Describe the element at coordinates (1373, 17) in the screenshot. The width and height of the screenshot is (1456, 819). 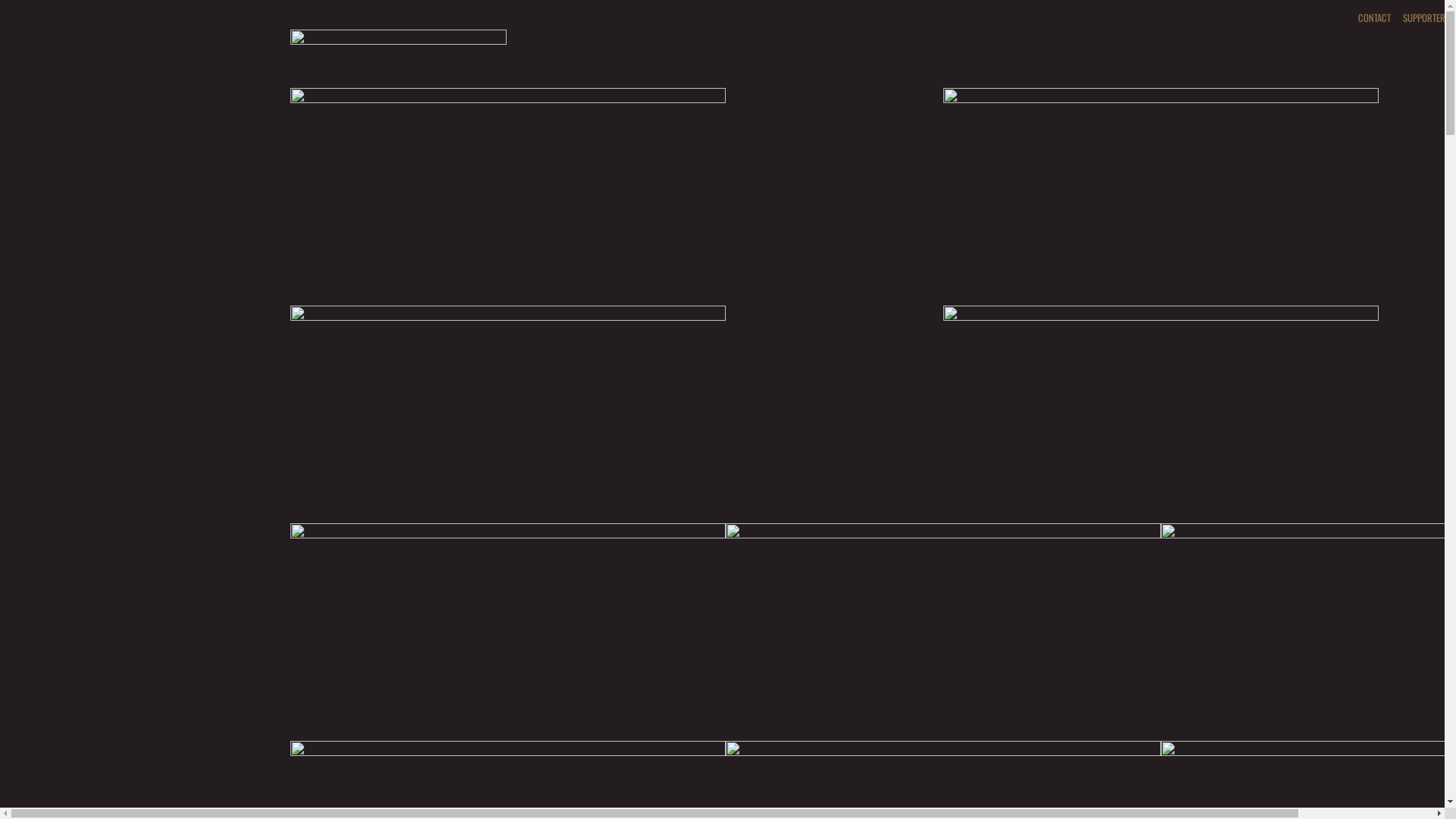
I see `'CONTACT'` at that location.